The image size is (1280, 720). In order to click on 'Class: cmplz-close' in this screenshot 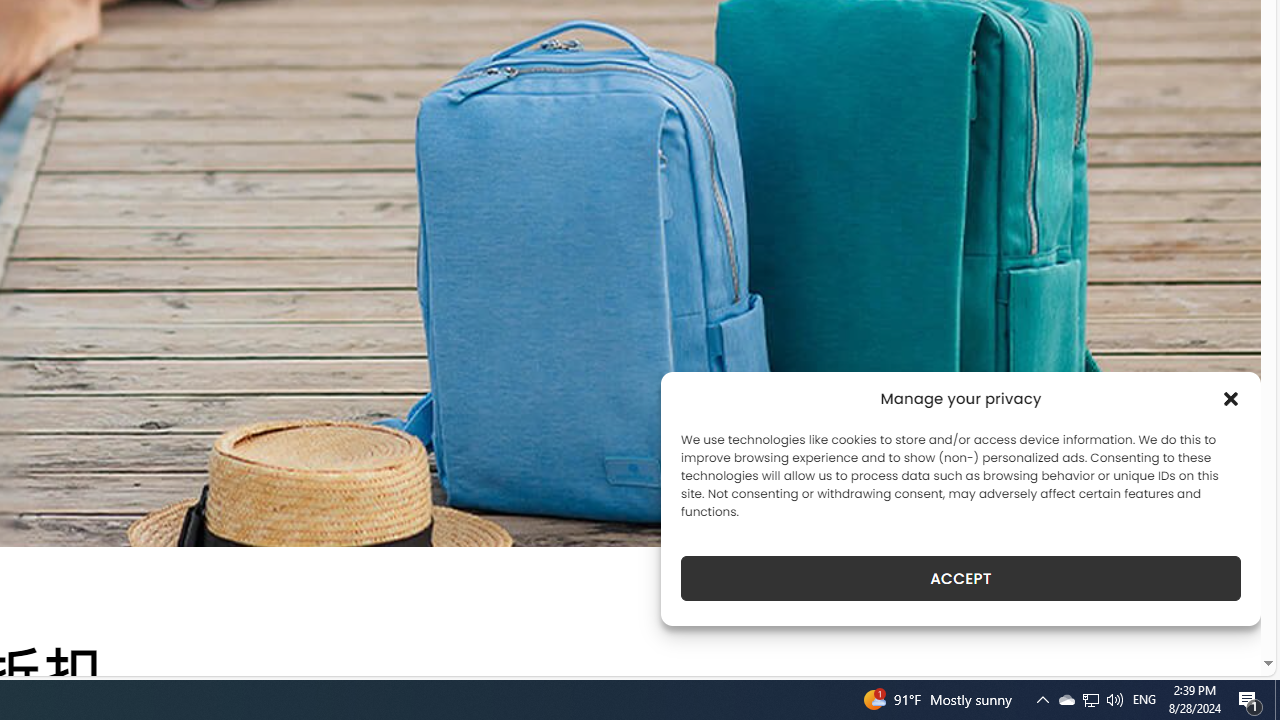, I will do `click(1230, 398)`.